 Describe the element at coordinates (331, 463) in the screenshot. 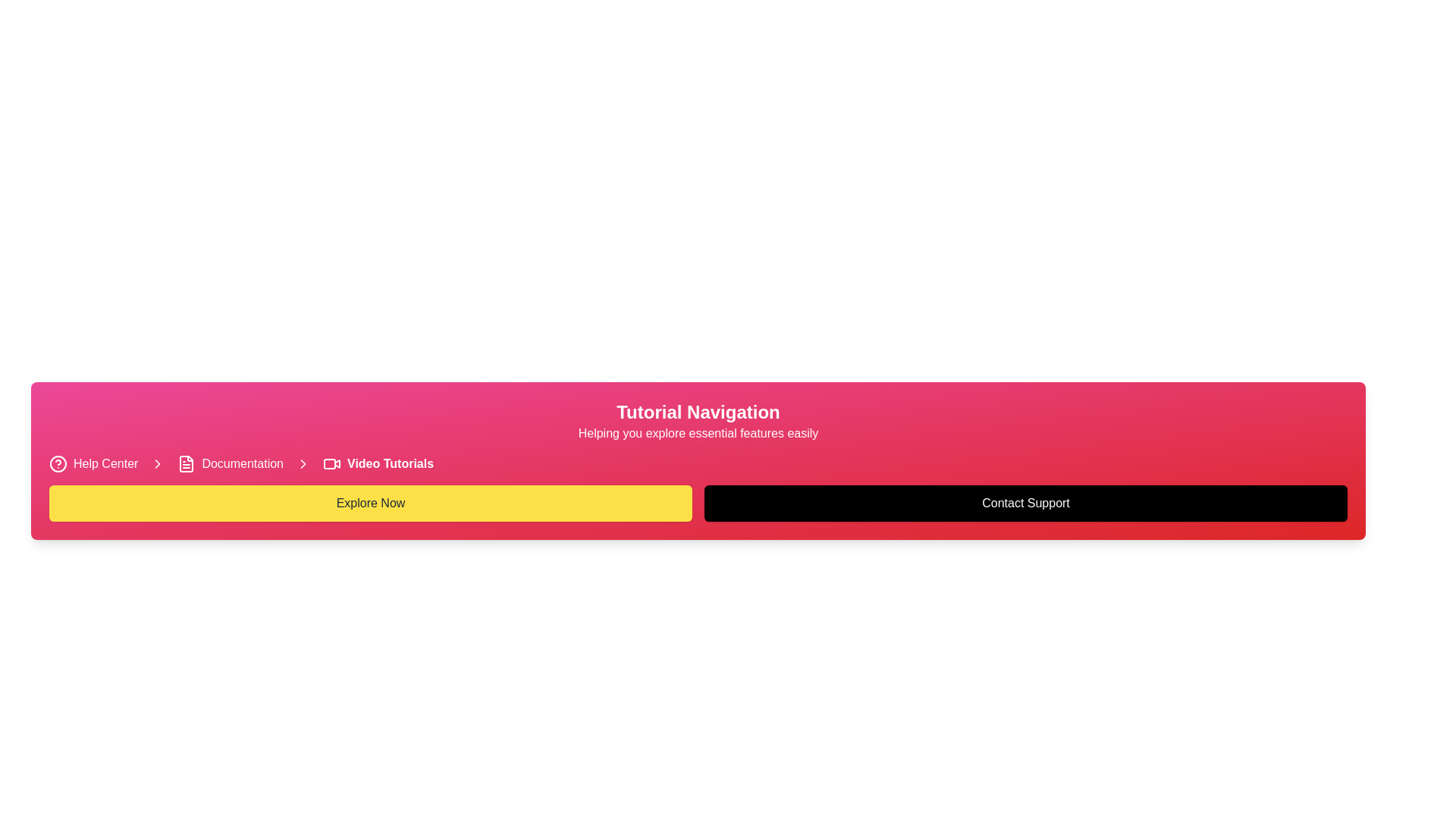

I see `the video icon, which features a rectangular outline with rounded corners and a triangular play symbol, located to the left of the 'Video Tutorials' text` at that location.